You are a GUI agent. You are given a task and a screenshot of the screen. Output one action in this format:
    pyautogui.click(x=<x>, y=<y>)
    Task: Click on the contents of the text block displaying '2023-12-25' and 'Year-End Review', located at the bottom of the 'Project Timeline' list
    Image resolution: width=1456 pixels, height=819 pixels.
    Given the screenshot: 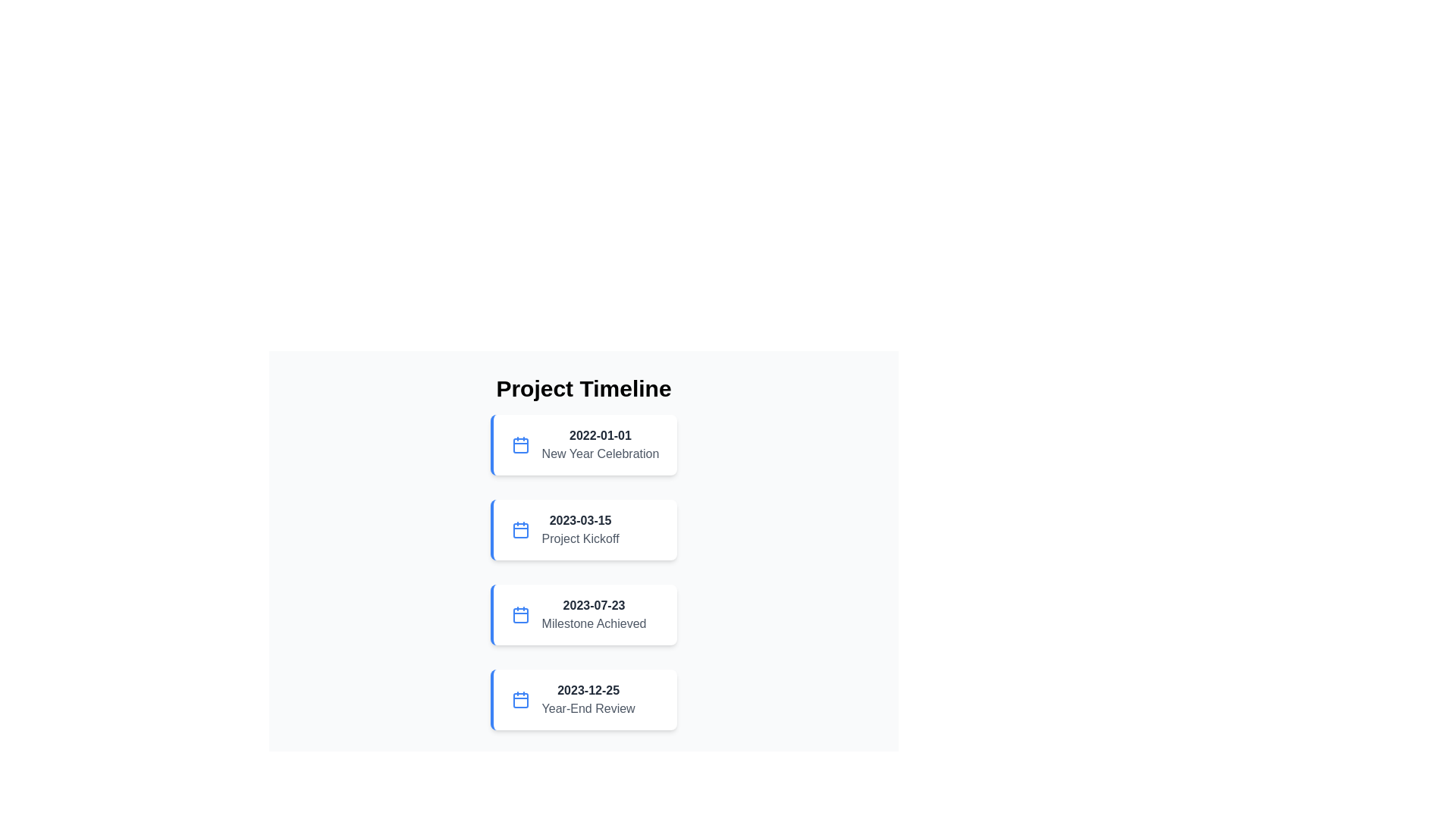 What is the action you would take?
    pyautogui.click(x=588, y=699)
    